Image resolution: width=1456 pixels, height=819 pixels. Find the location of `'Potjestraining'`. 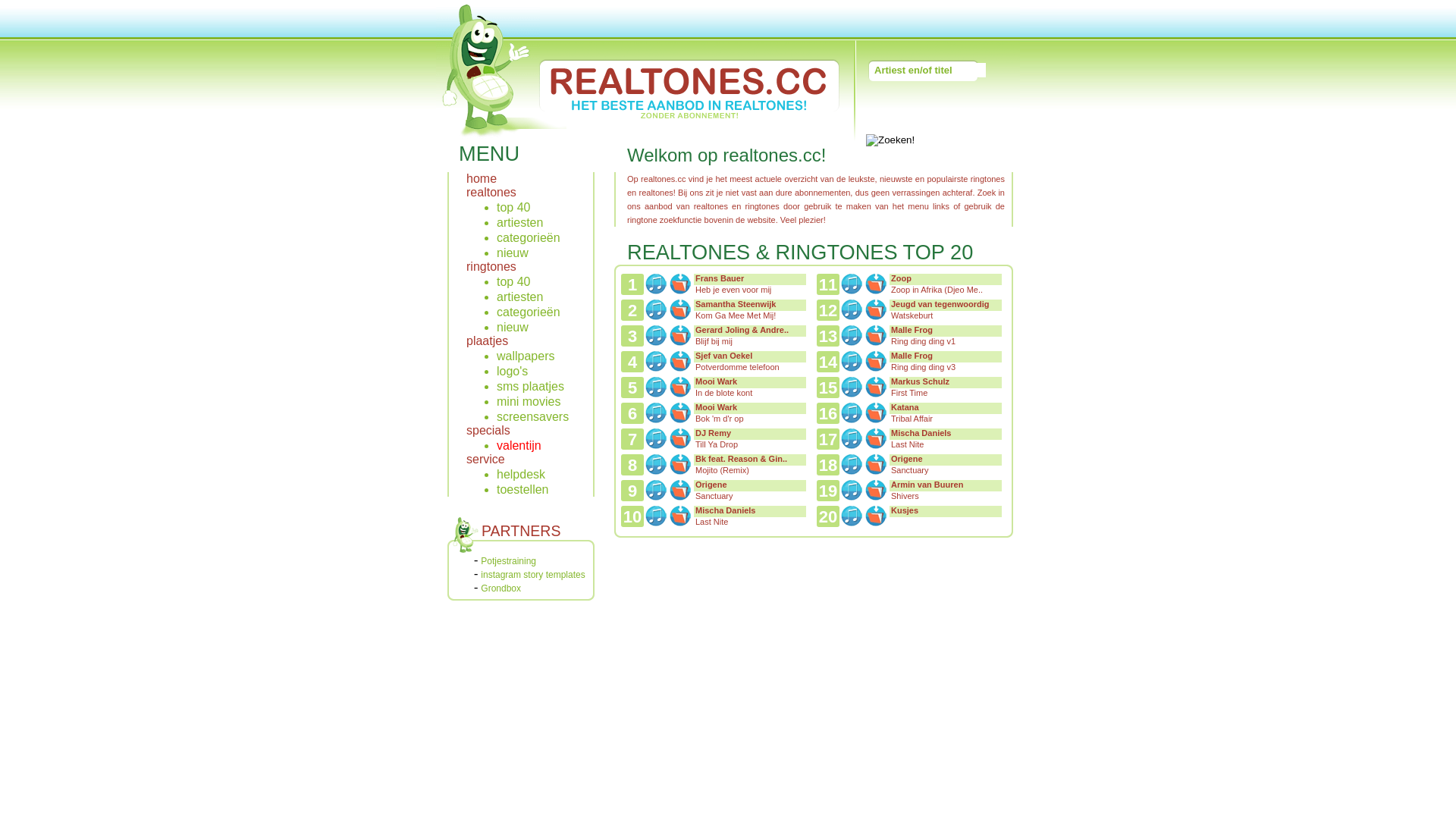

'Potjestraining' is located at coordinates (508, 561).